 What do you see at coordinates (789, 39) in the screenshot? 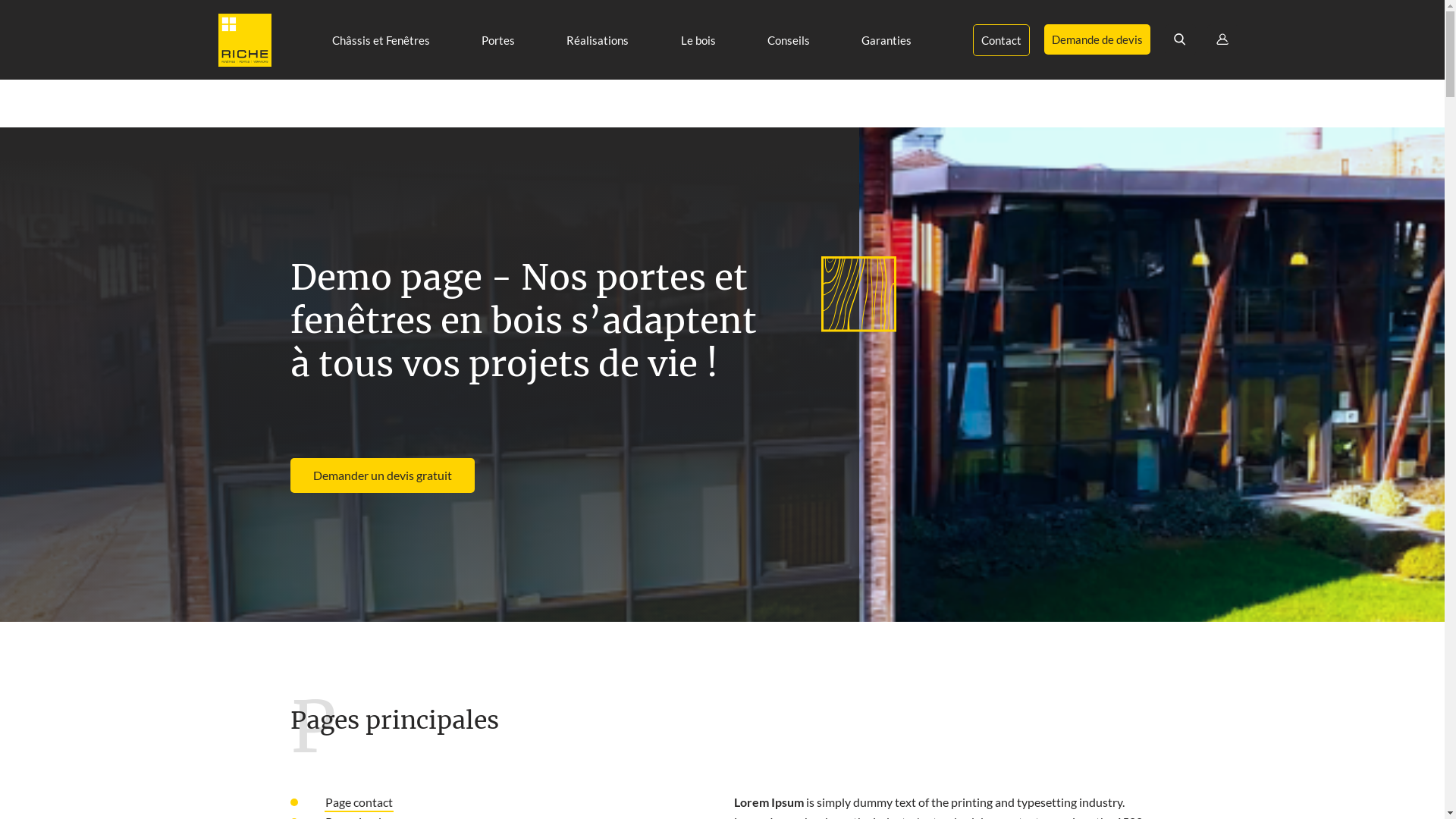
I see `'Conseils'` at bounding box center [789, 39].